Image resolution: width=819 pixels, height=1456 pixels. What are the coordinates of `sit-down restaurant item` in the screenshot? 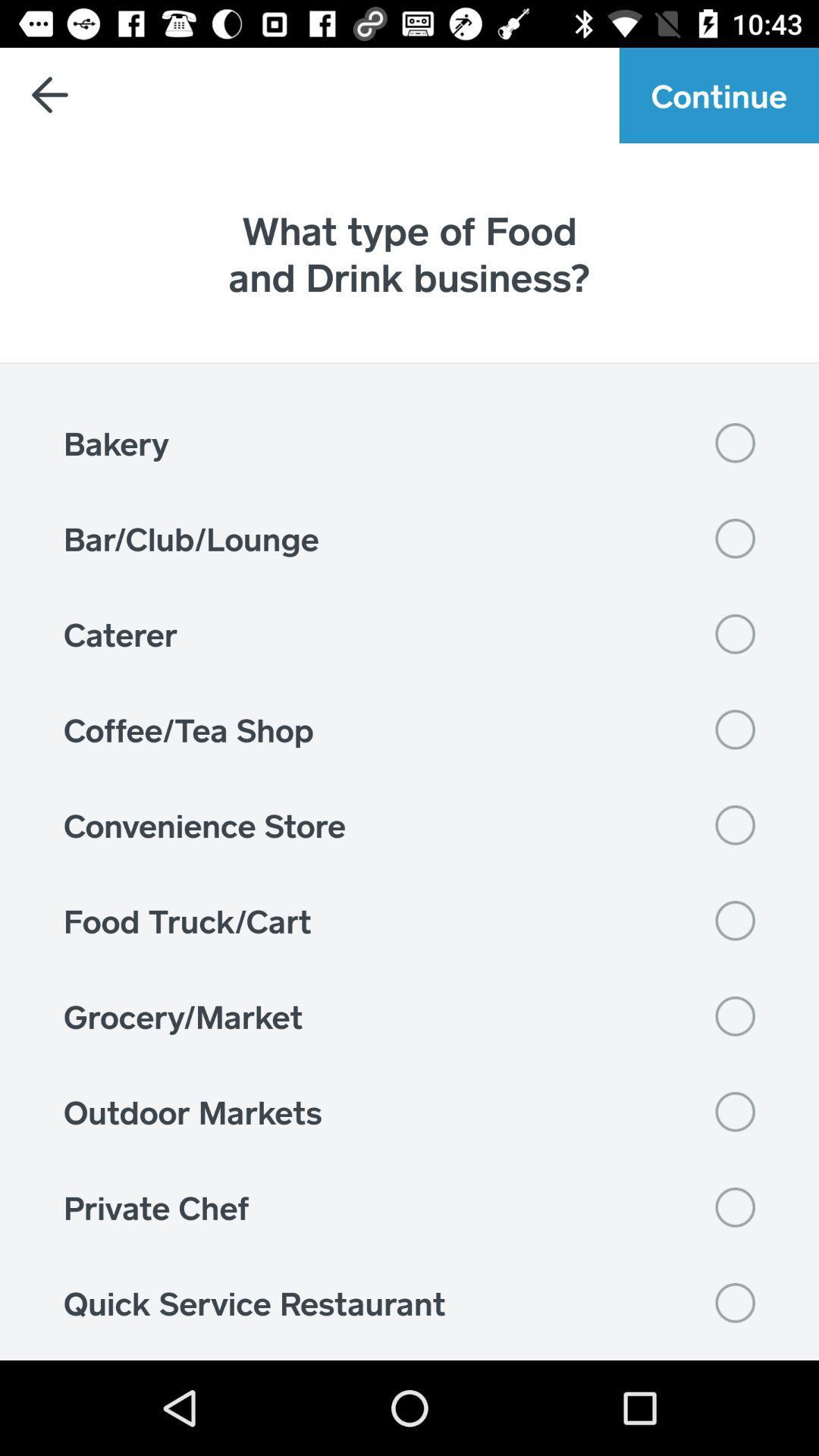 It's located at (409, 1355).